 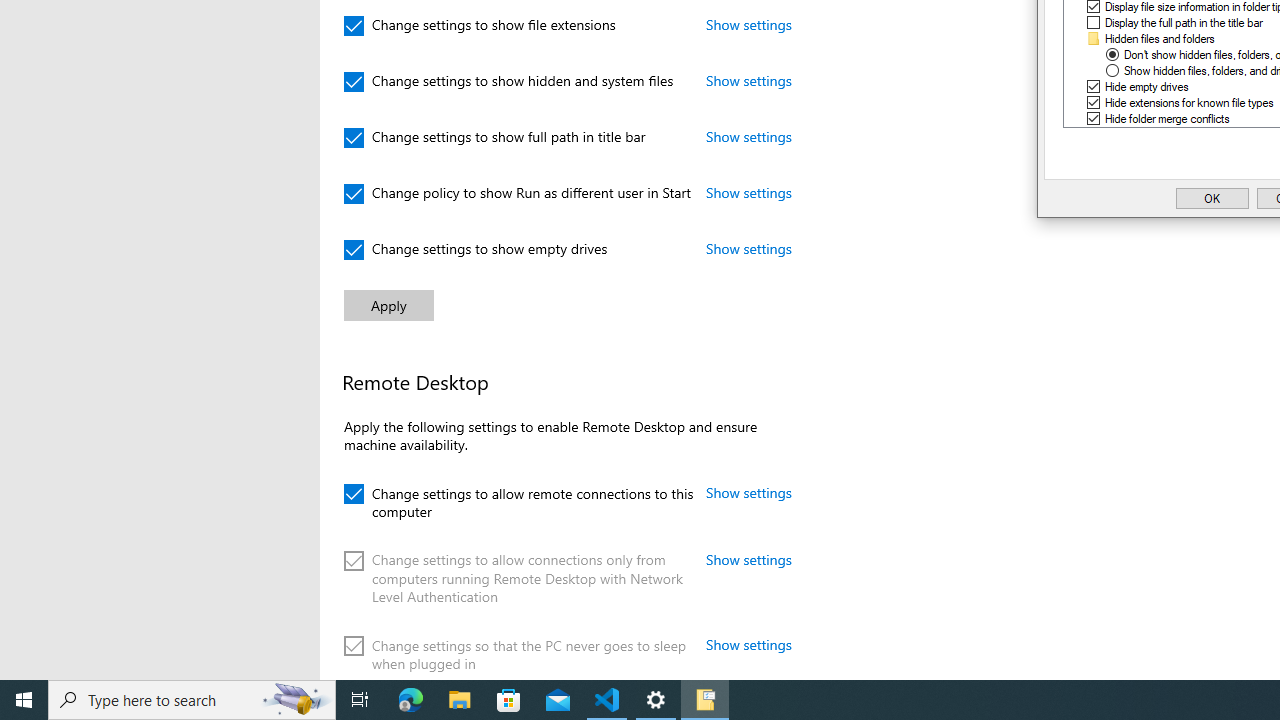 I want to click on 'Hidden files and folders', so click(x=1160, y=38).